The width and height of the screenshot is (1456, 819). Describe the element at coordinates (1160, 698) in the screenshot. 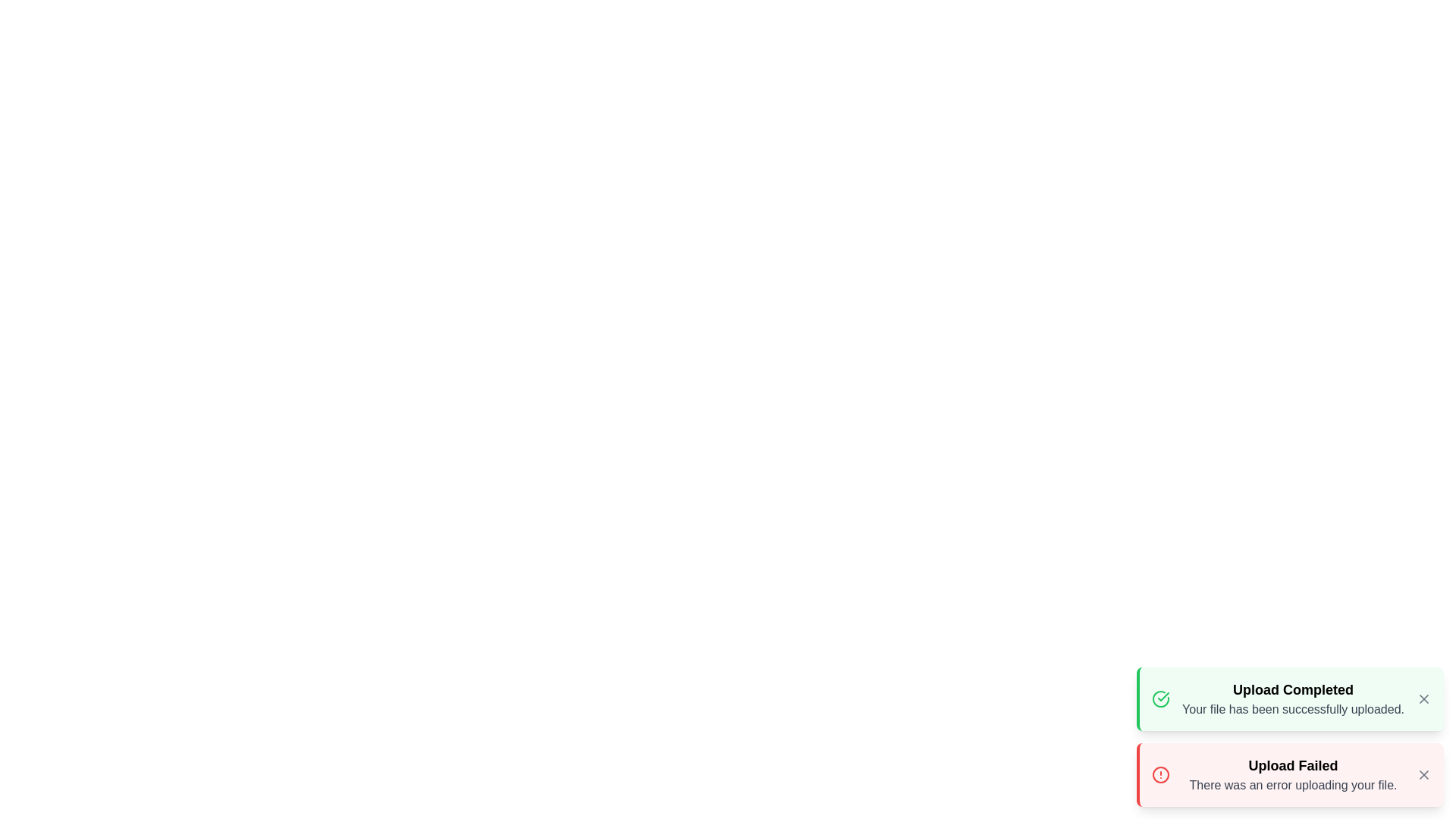

I see `the green circular icon with a check mark located to the left of the text 'Upload Completed' within a green box` at that location.